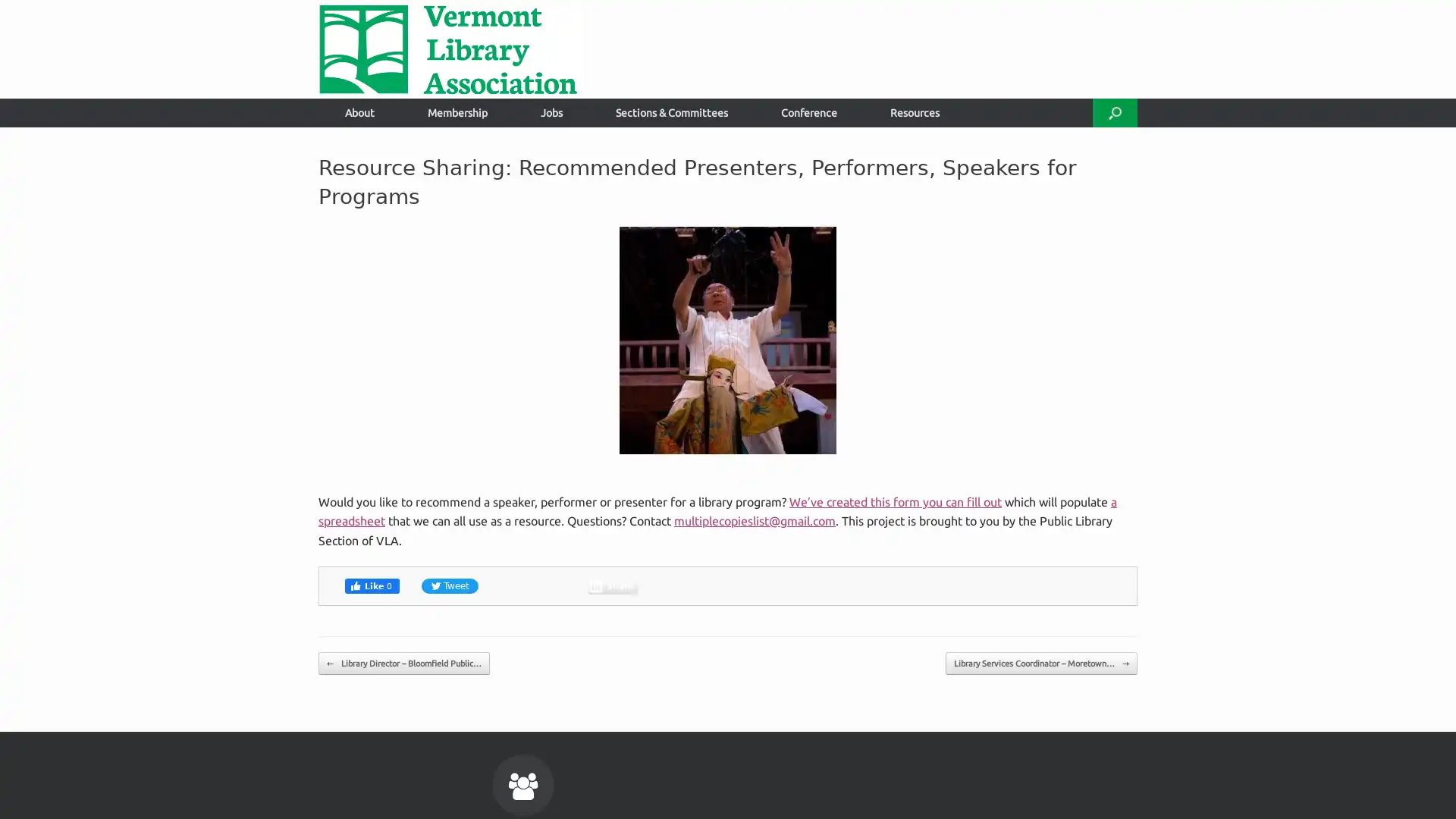  I want to click on Share, so click(613, 584).